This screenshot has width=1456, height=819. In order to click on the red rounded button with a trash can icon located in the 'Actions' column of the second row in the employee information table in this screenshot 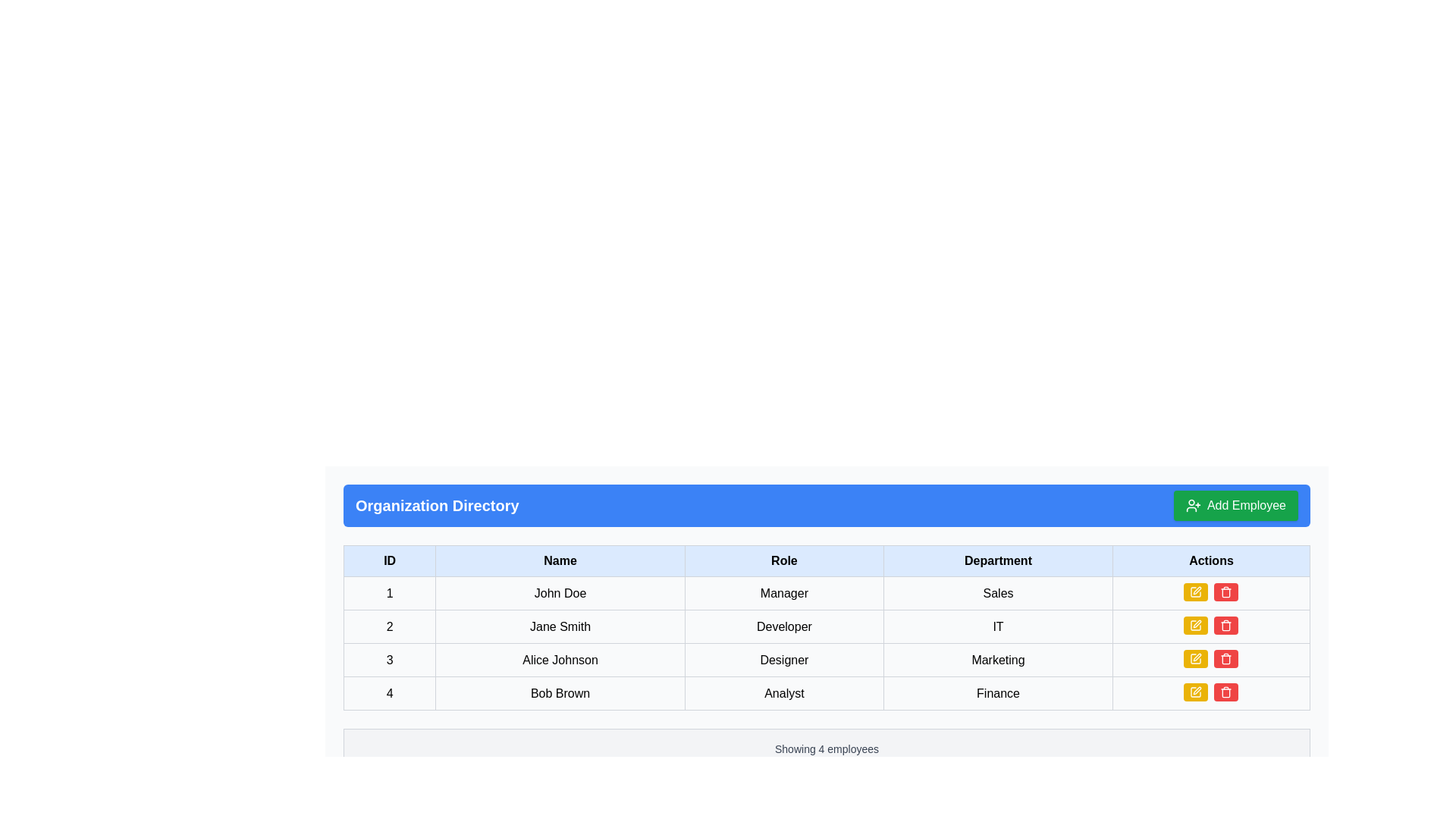, I will do `click(1226, 626)`.